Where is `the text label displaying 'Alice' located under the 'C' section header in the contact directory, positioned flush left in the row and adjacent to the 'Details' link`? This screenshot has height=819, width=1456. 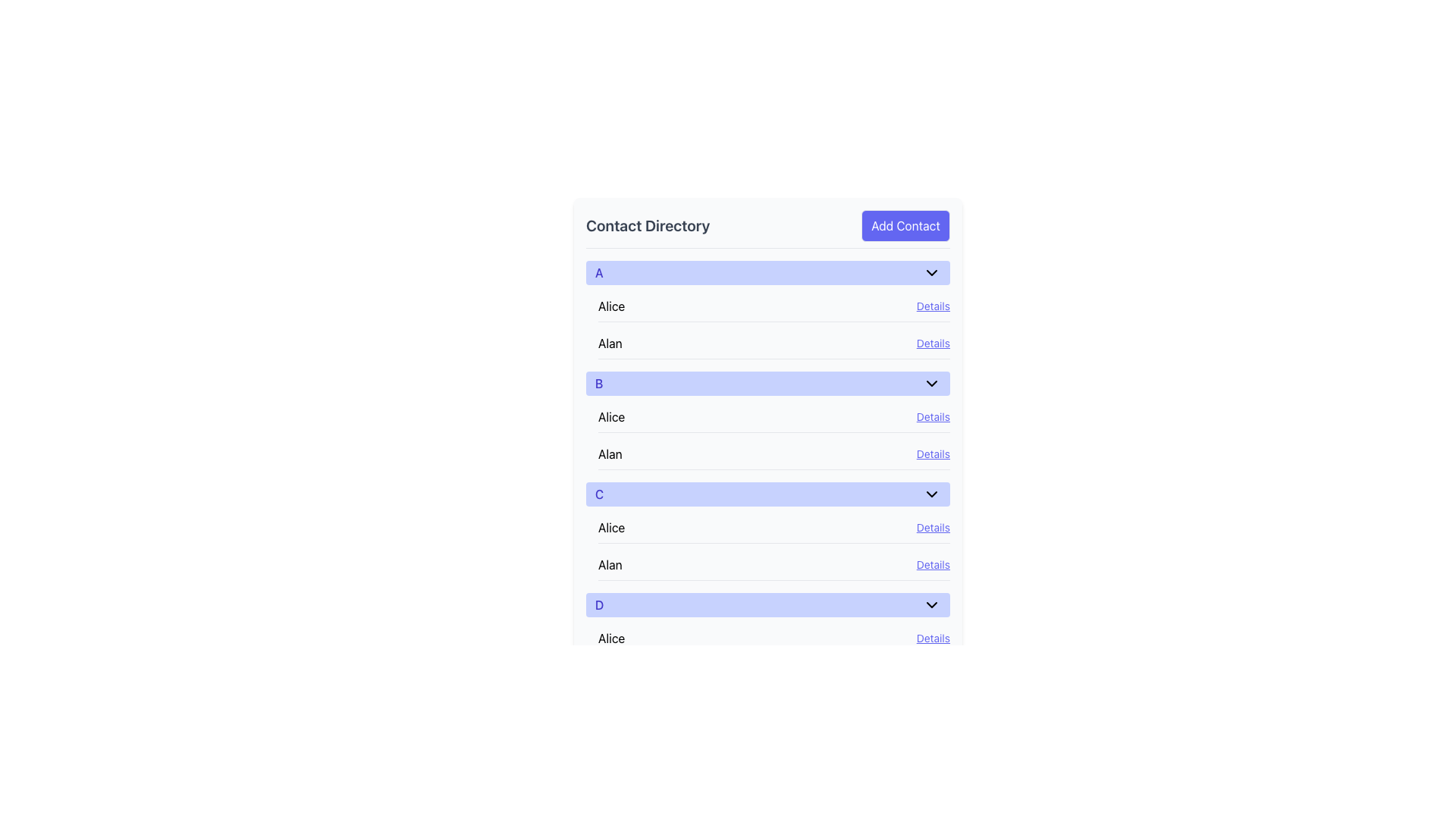
the text label displaying 'Alice' located under the 'C' section header in the contact directory, positioned flush left in the row and adjacent to the 'Details' link is located at coordinates (611, 526).